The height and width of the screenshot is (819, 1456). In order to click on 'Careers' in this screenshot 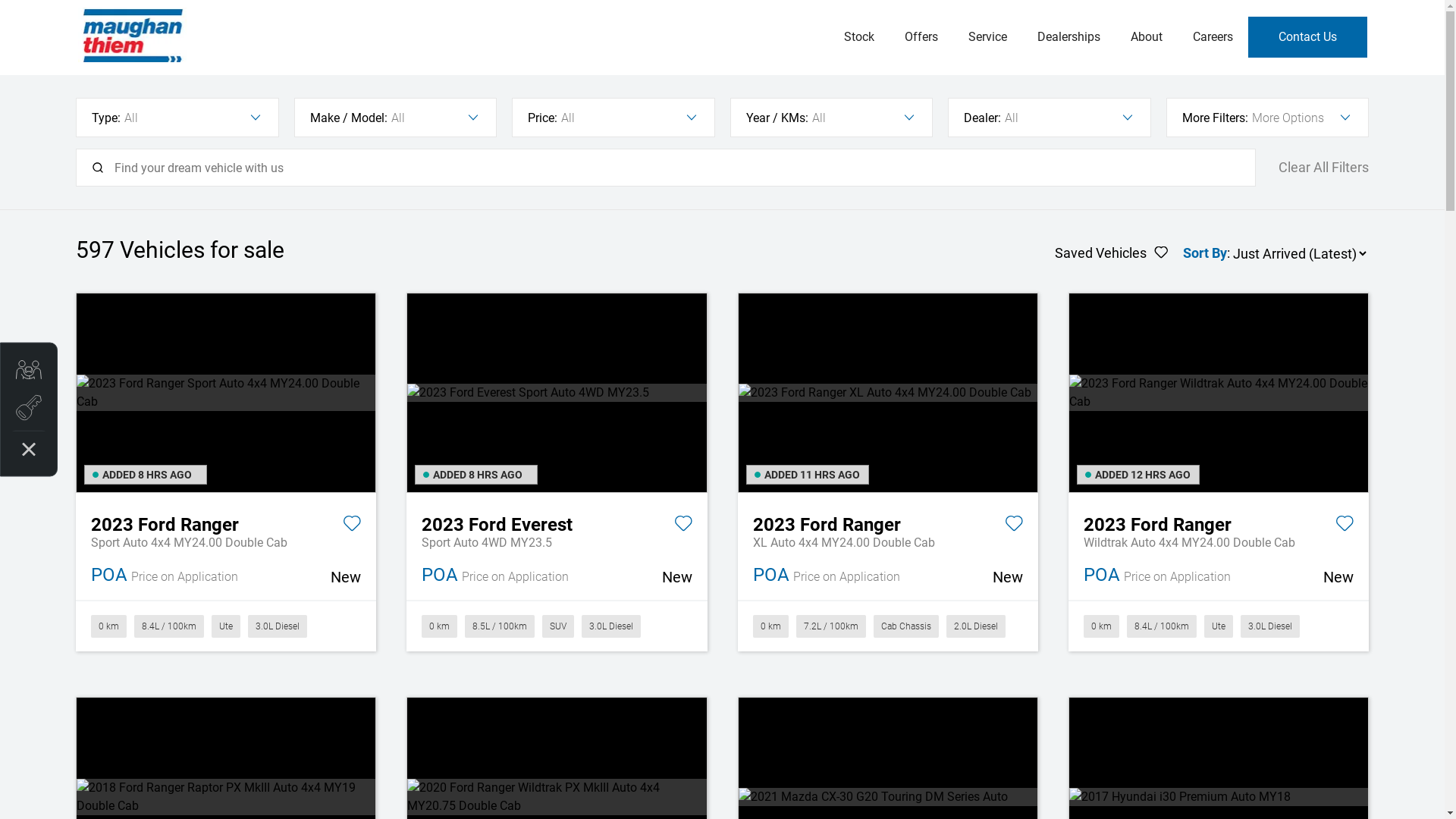, I will do `click(1211, 36)`.